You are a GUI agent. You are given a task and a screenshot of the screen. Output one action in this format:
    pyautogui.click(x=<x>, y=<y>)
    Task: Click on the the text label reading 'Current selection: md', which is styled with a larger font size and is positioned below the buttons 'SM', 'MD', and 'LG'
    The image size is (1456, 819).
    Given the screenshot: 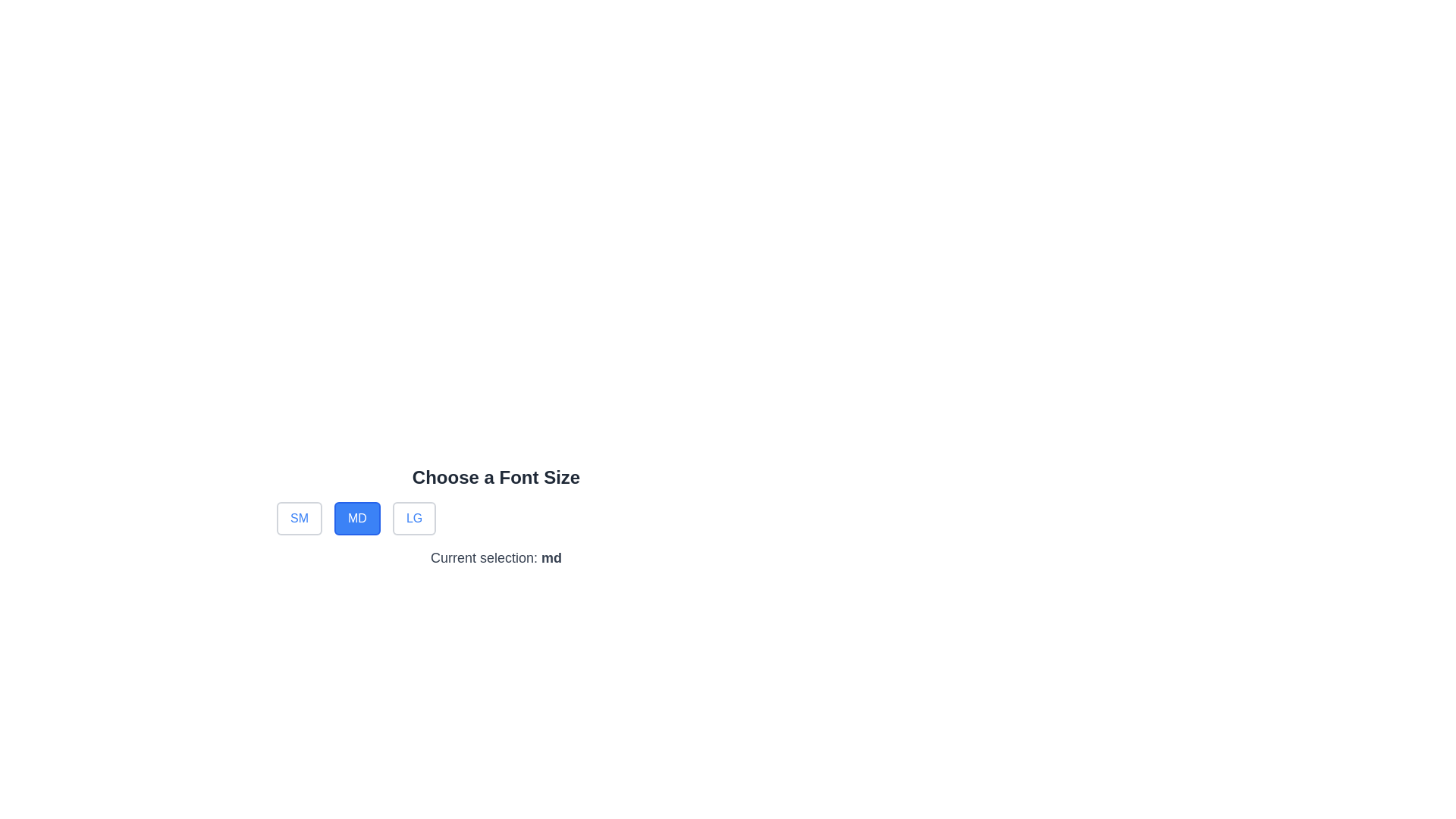 What is the action you would take?
    pyautogui.click(x=496, y=558)
    